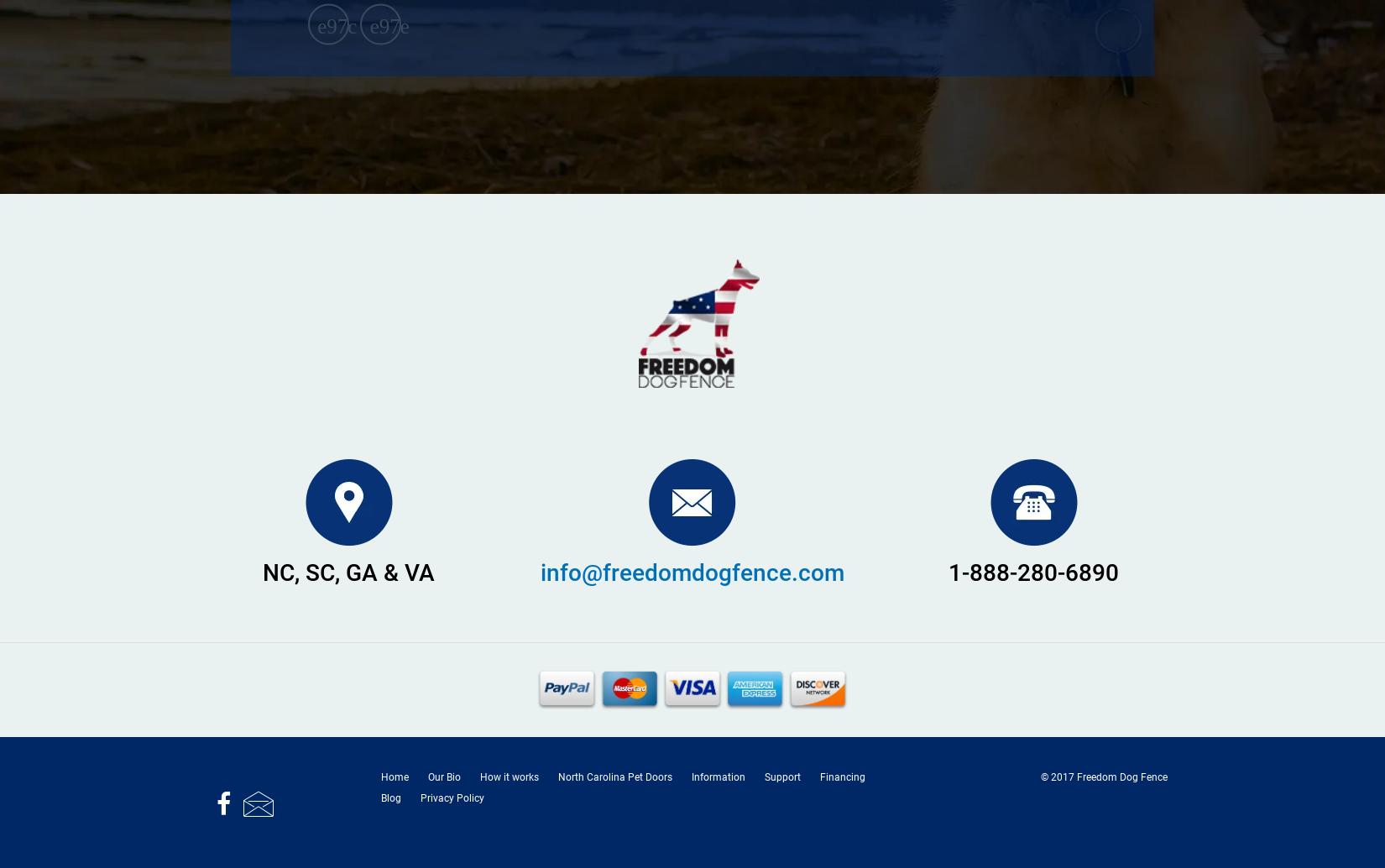 The width and height of the screenshot is (1385, 868). I want to click on 'Blog', so click(389, 797).